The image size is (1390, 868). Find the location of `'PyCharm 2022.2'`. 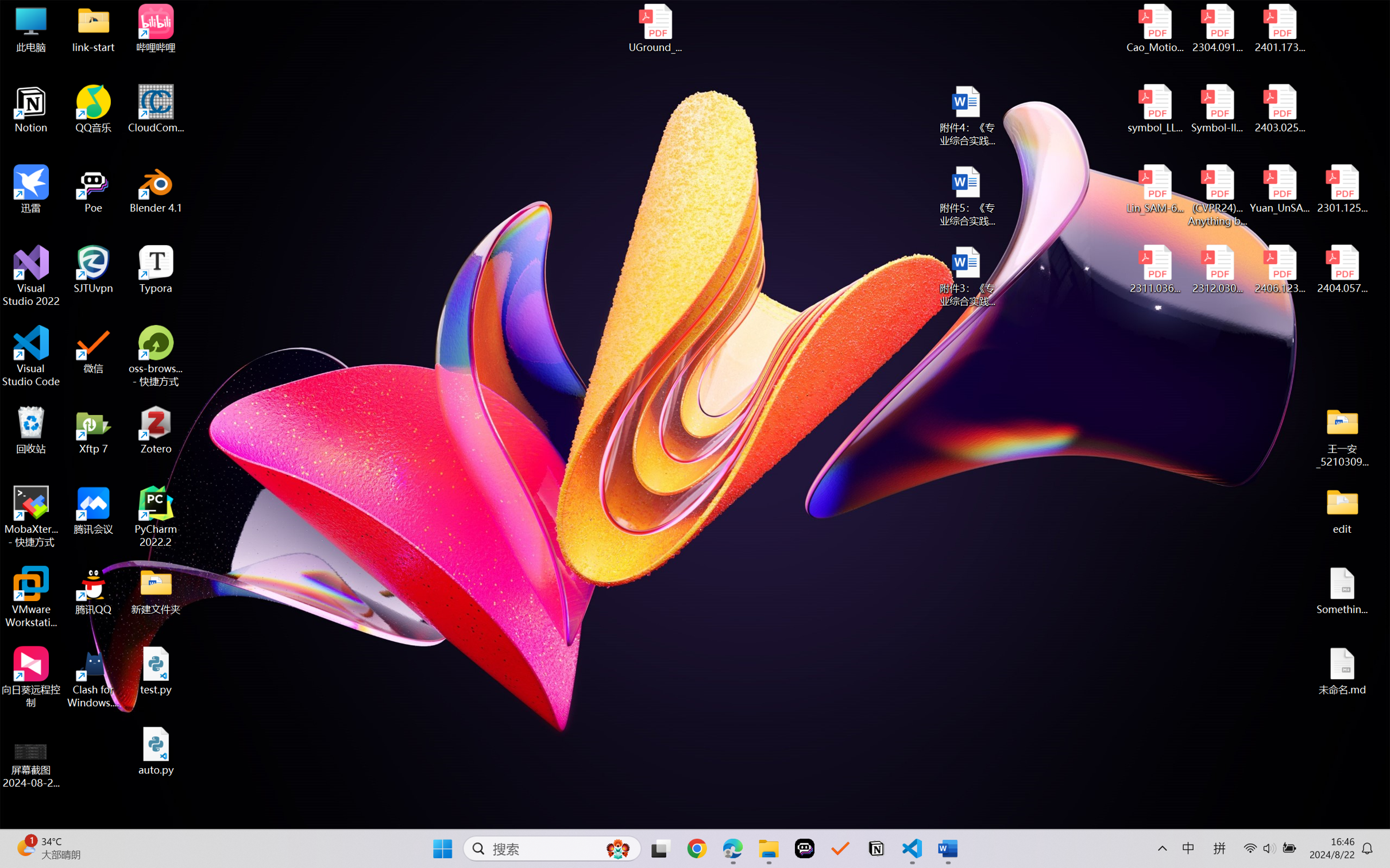

'PyCharm 2022.2' is located at coordinates (156, 517).